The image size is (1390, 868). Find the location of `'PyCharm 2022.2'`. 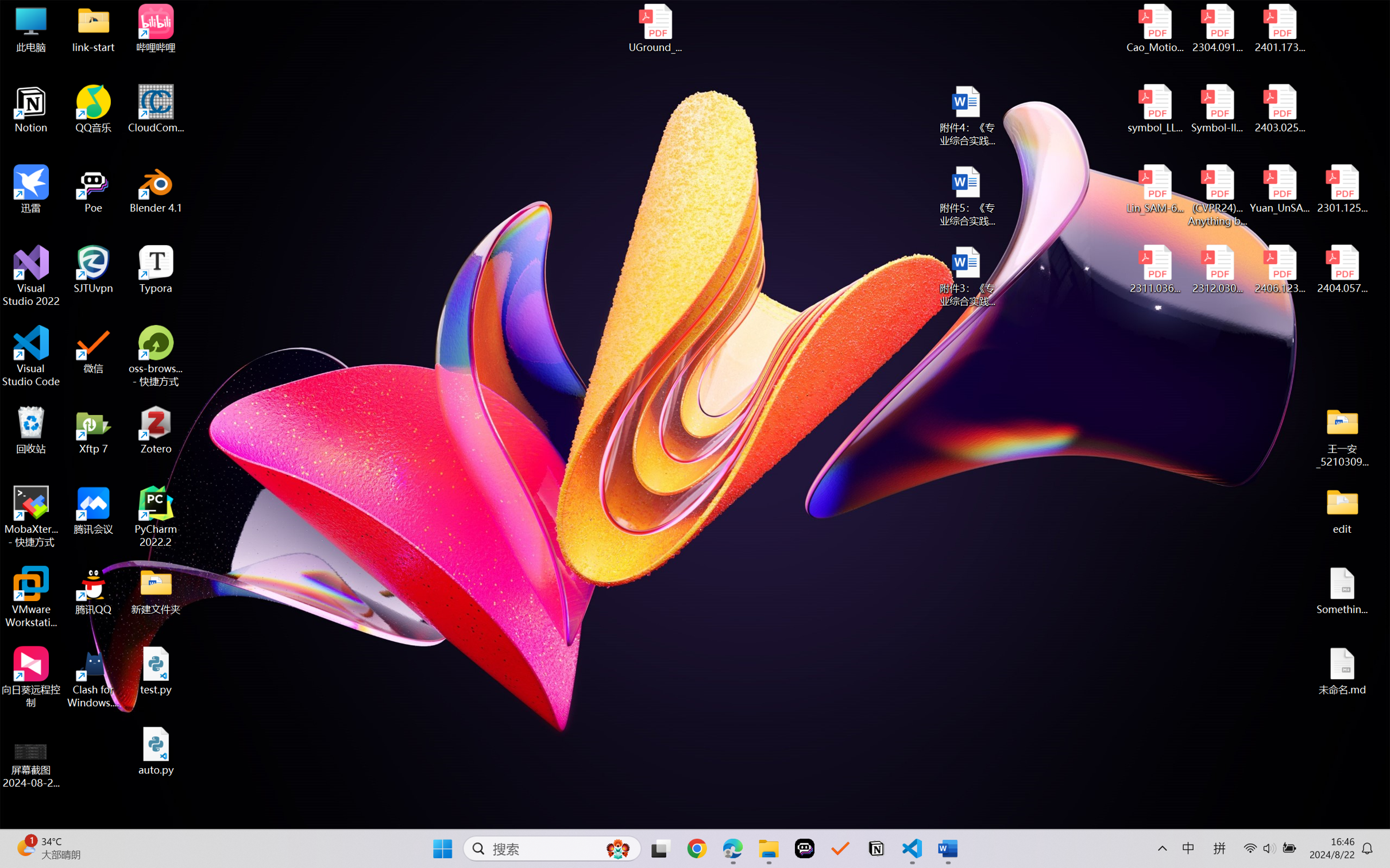

'PyCharm 2022.2' is located at coordinates (156, 517).